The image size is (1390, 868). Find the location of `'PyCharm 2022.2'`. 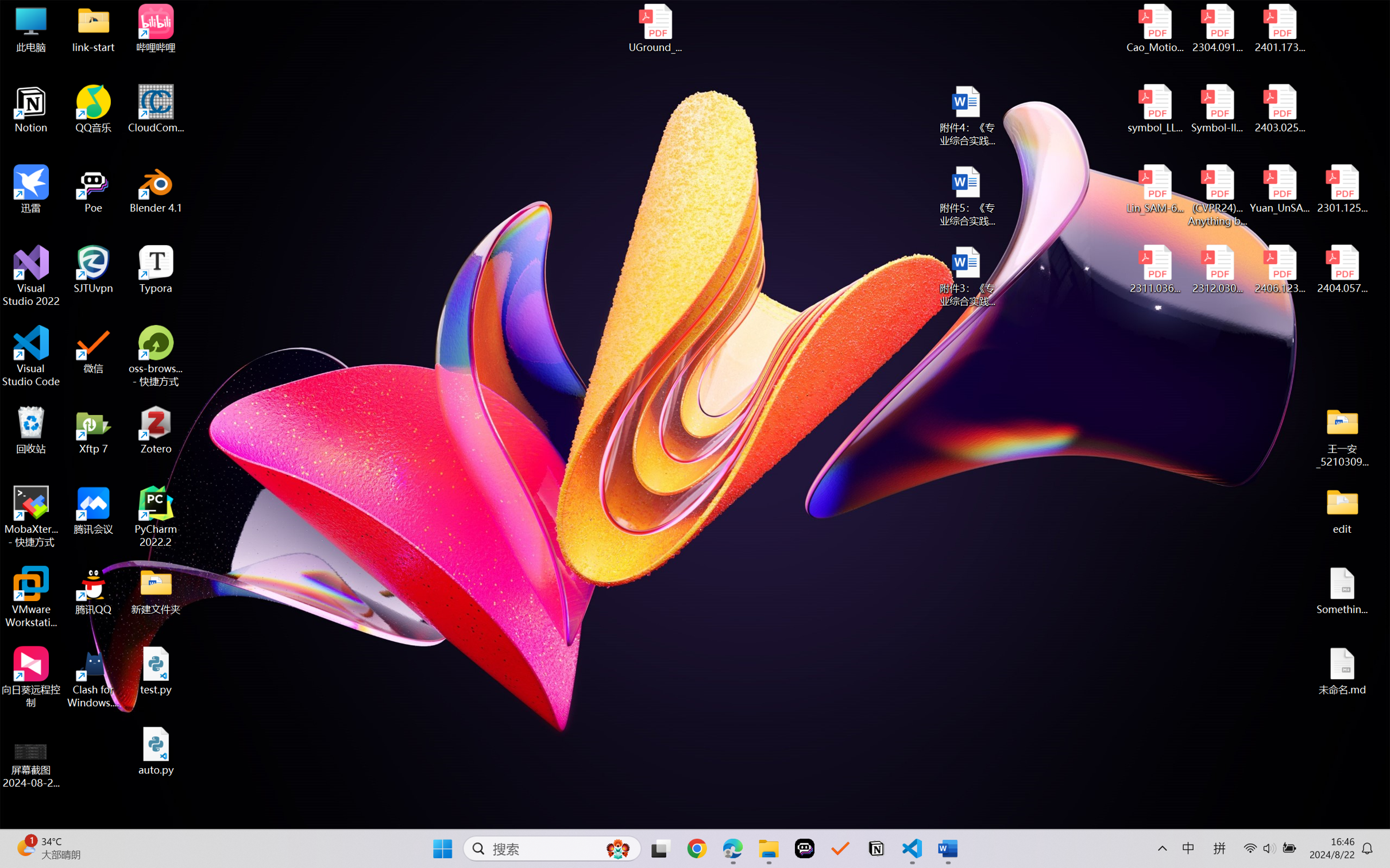

'PyCharm 2022.2' is located at coordinates (156, 517).